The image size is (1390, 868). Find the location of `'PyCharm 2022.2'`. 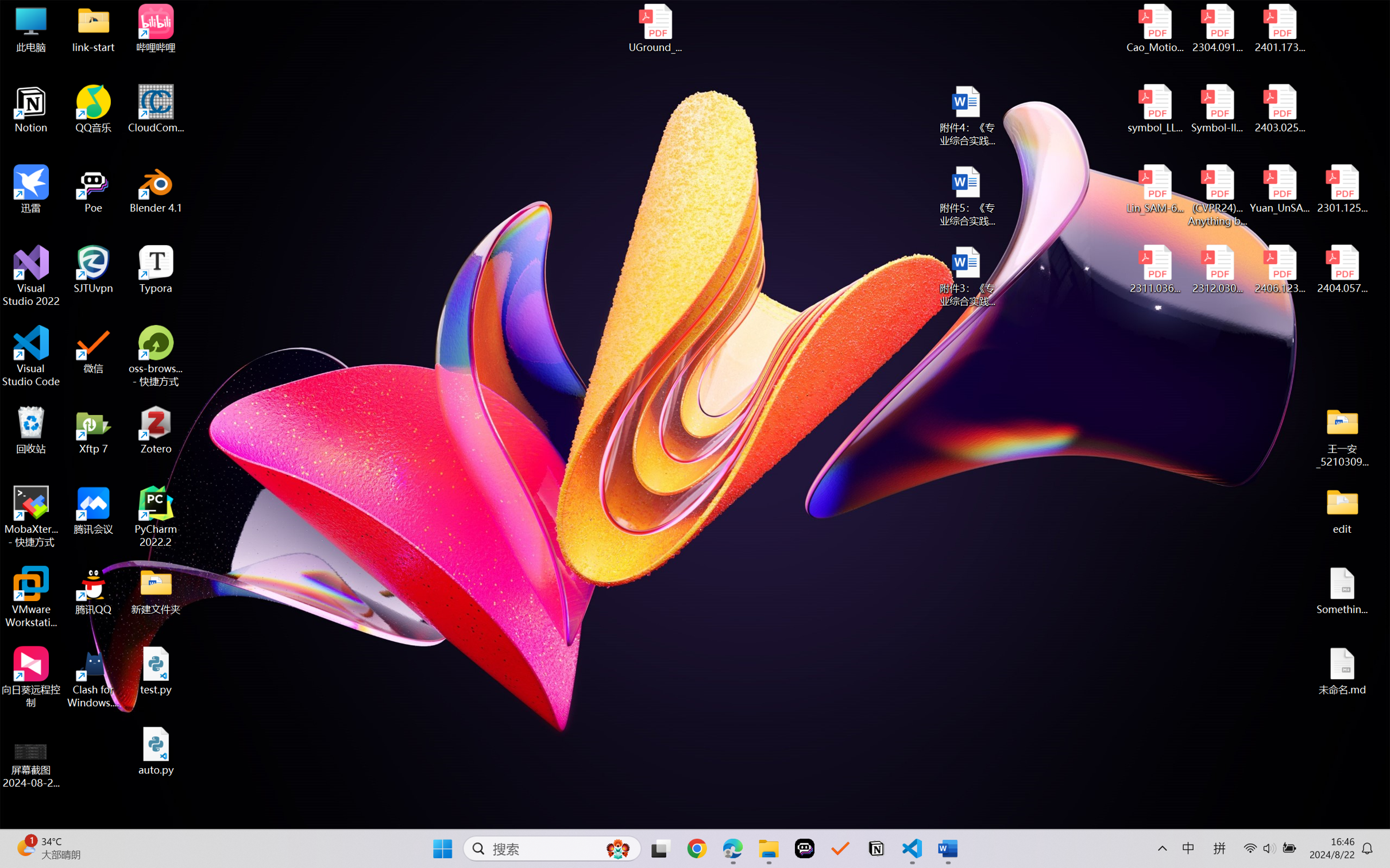

'PyCharm 2022.2' is located at coordinates (156, 517).